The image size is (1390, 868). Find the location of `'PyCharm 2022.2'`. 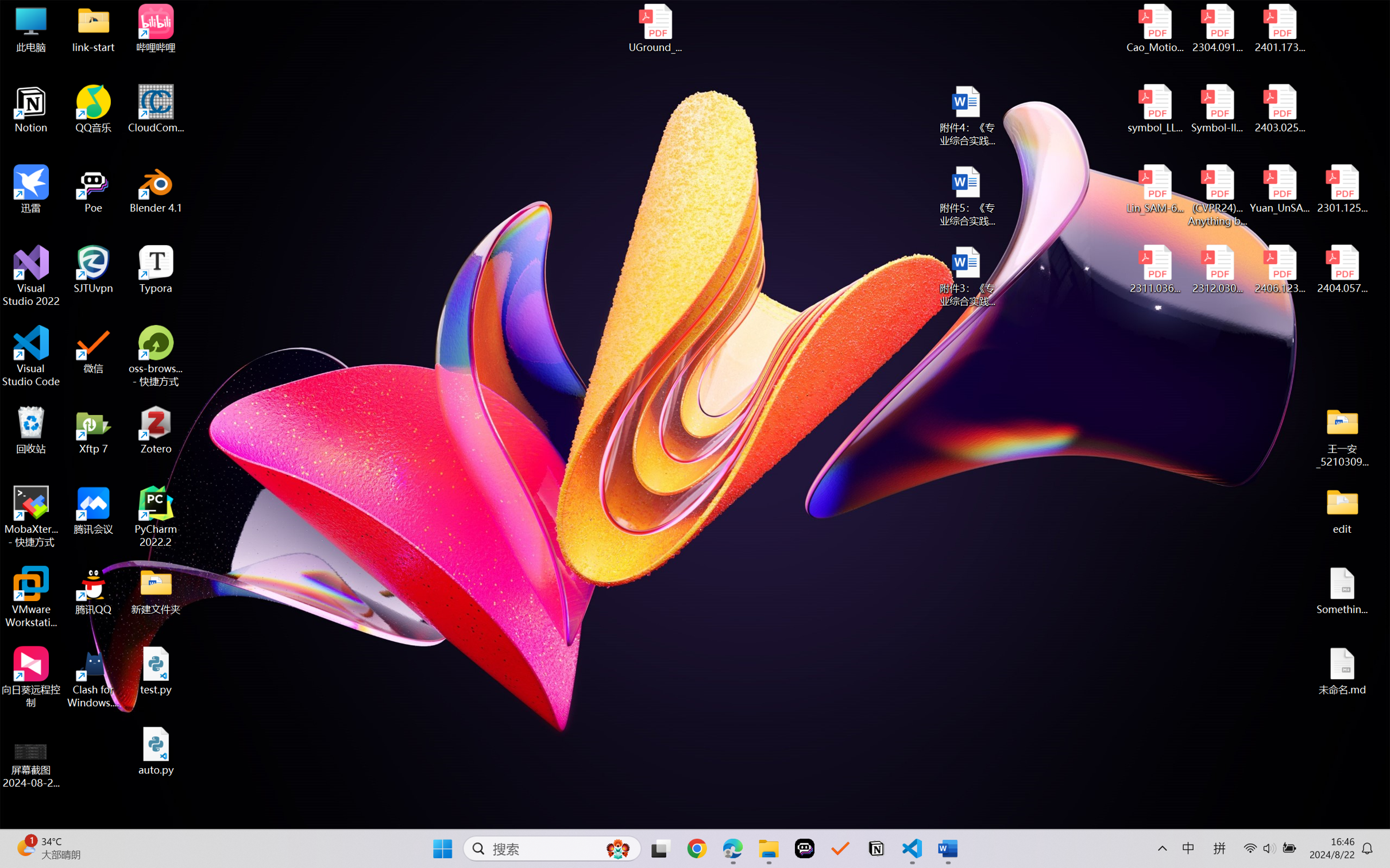

'PyCharm 2022.2' is located at coordinates (156, 517).